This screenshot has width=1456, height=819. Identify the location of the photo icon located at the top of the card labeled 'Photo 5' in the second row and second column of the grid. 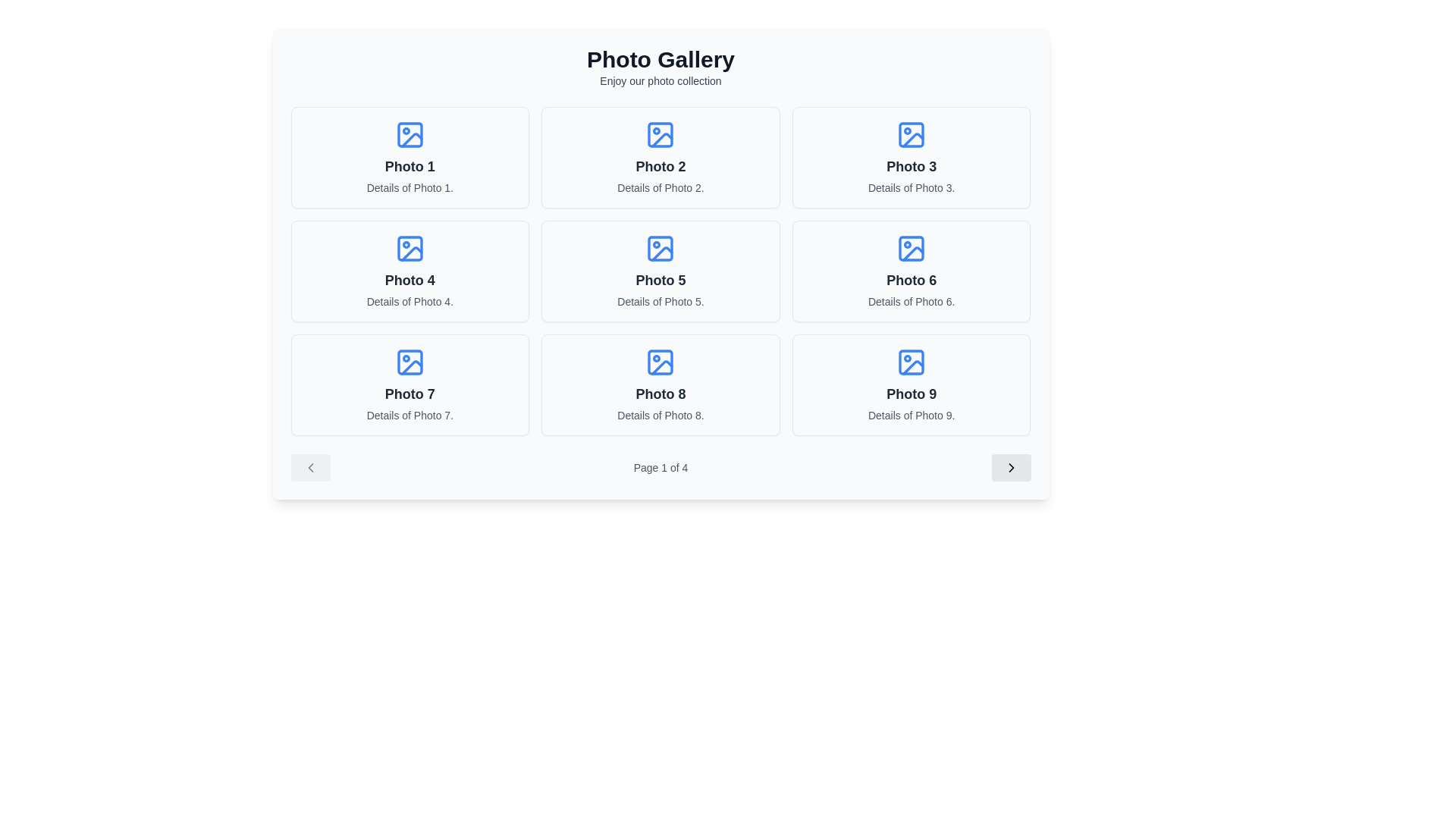
(661, 247).